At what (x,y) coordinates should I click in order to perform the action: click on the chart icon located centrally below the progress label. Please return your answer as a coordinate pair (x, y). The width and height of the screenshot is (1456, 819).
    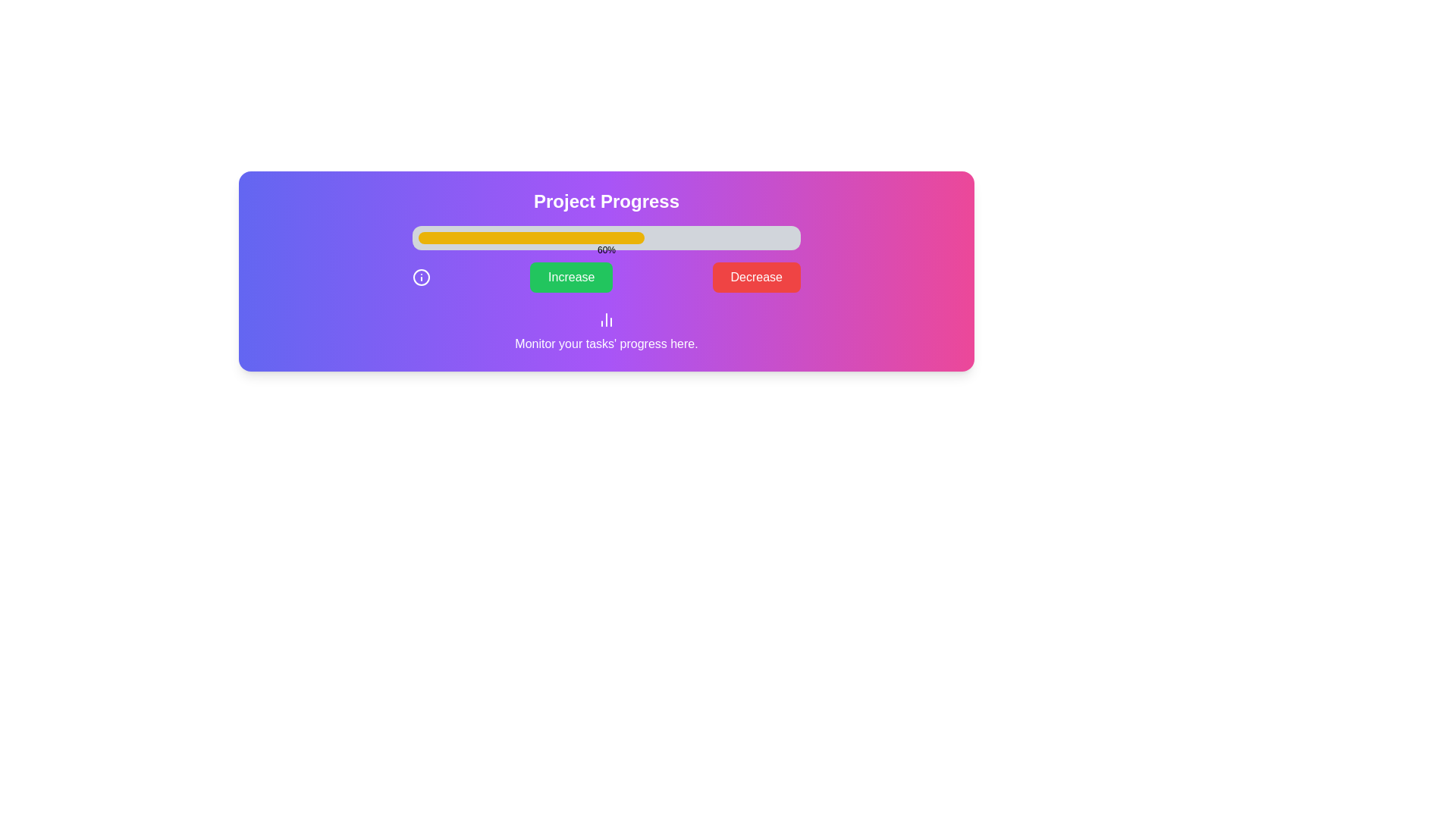
    Looking at the image, I should click on (607, 318).